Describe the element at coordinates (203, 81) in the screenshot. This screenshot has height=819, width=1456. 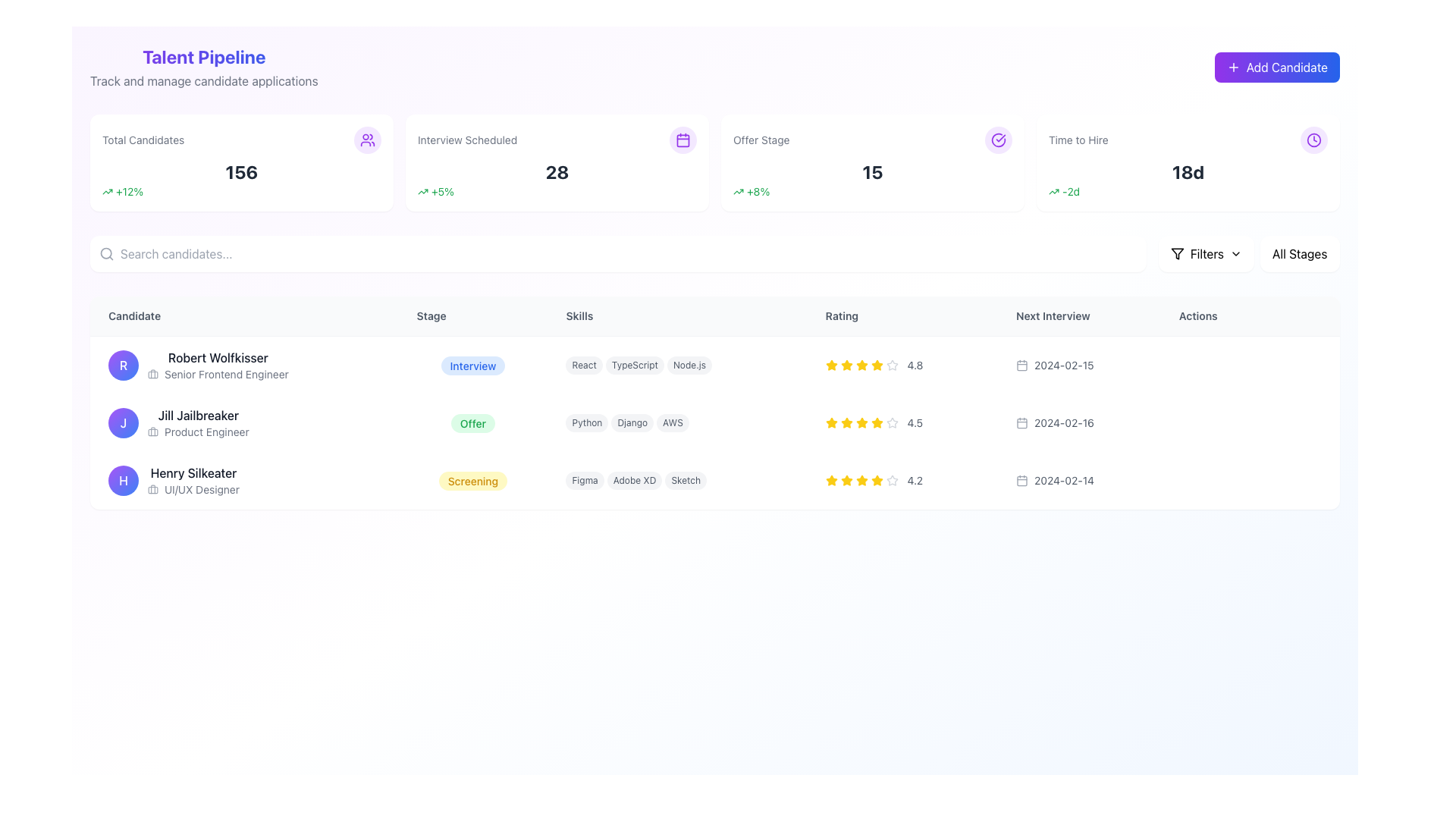
I see `the informational text label located below the 'Talent Pipeline' title, which clarifies the section's purpose` at that location.